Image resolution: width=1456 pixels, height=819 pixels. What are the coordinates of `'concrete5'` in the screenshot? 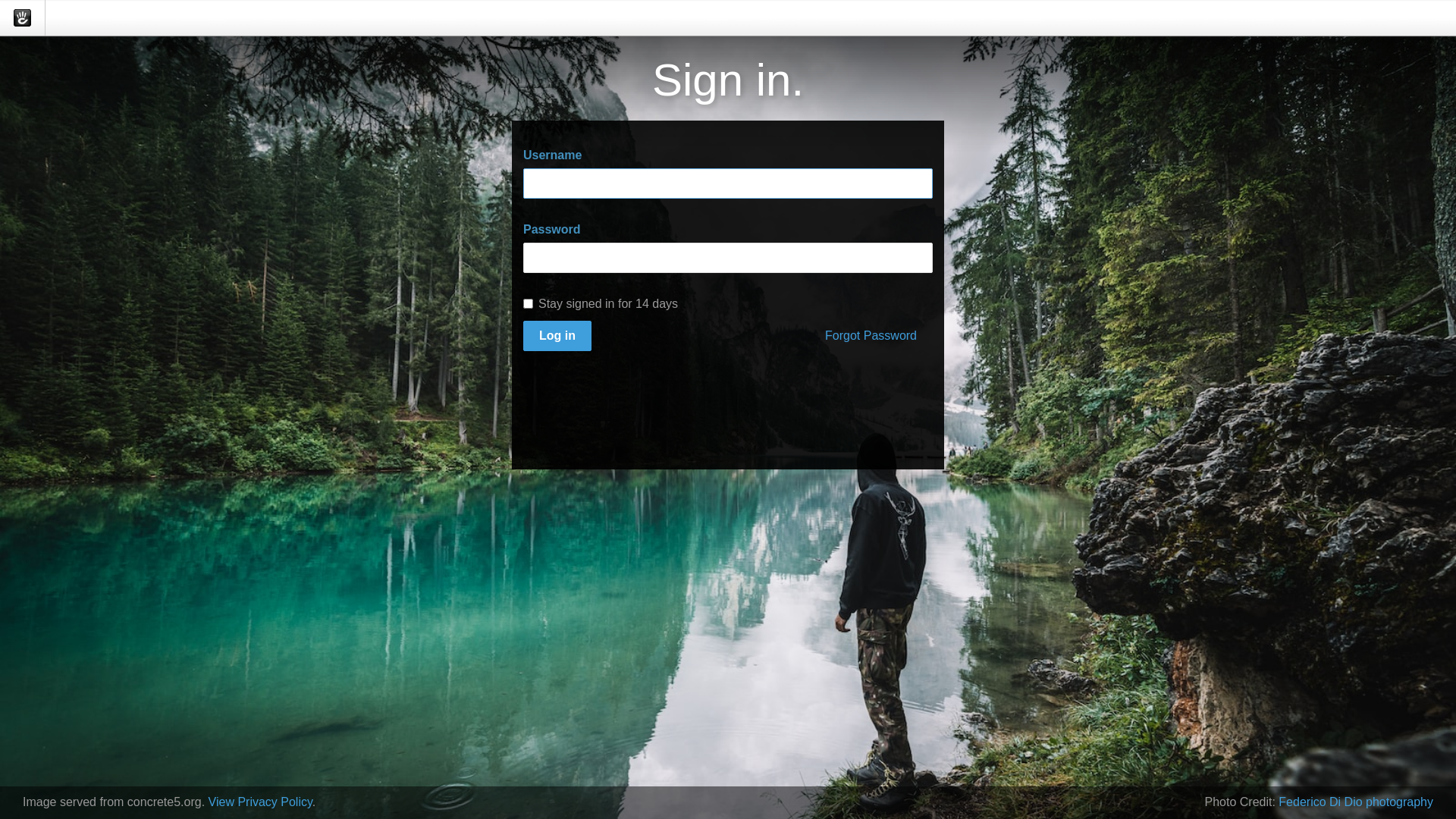 It's located at (22, 17).